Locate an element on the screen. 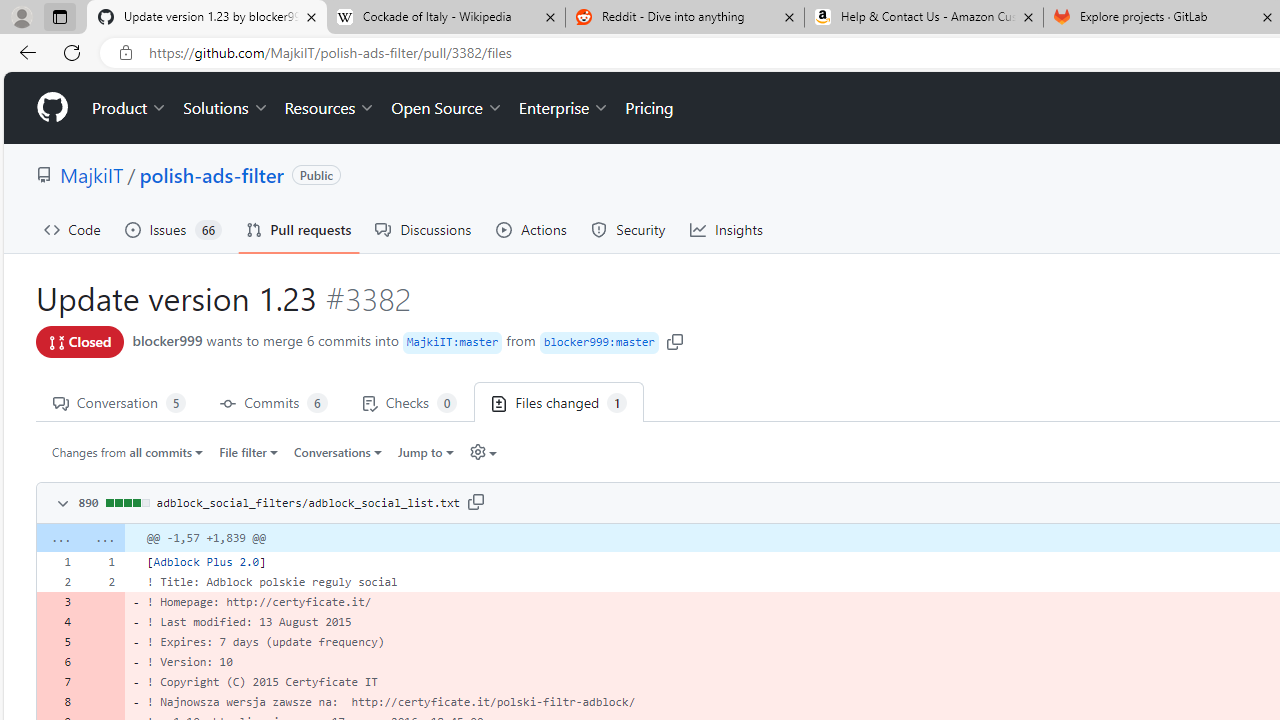  'Insights' is located at coordinates (726, 229).